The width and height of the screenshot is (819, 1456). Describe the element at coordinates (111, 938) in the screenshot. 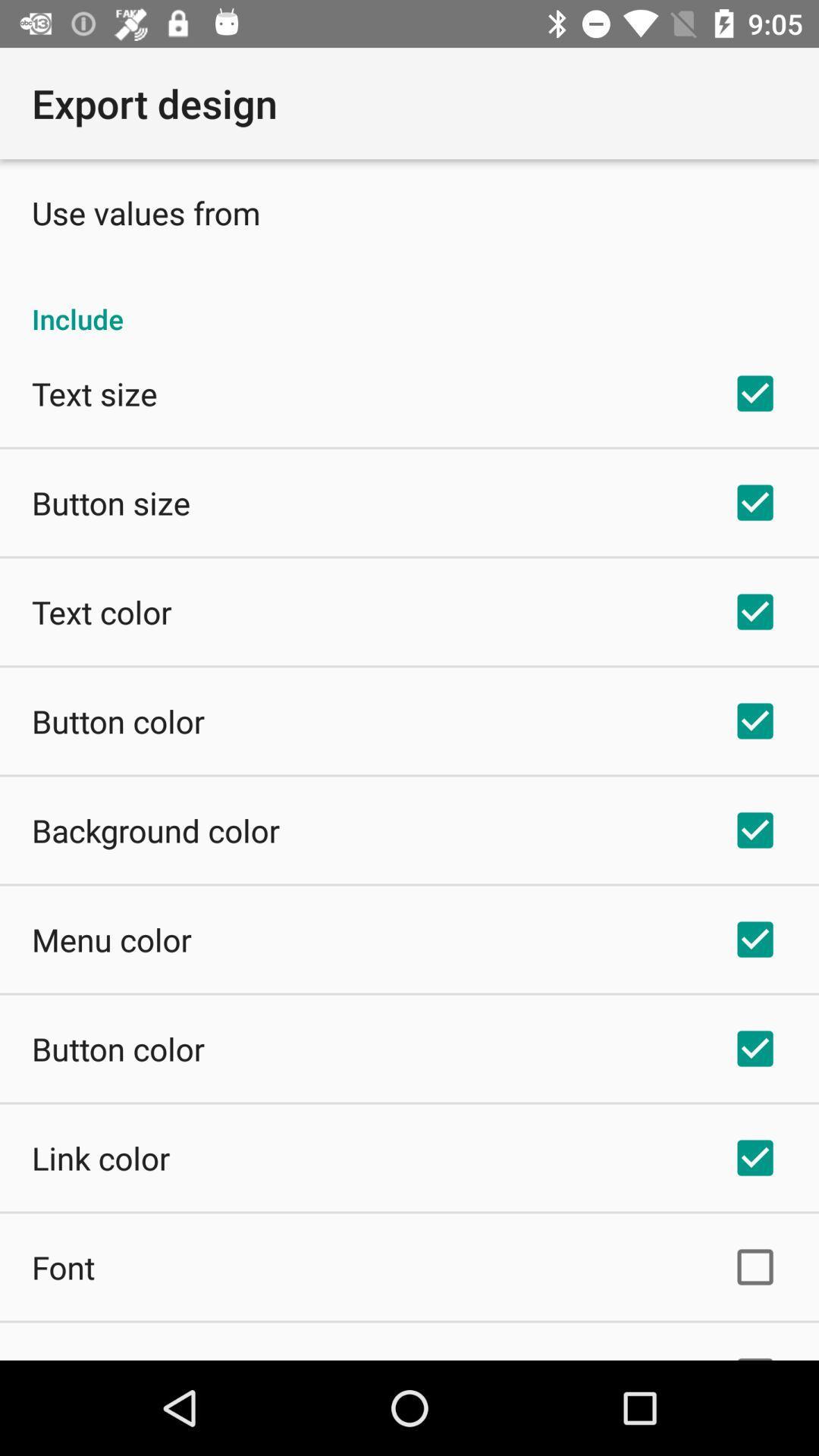

I see `item above button color item` at that location.